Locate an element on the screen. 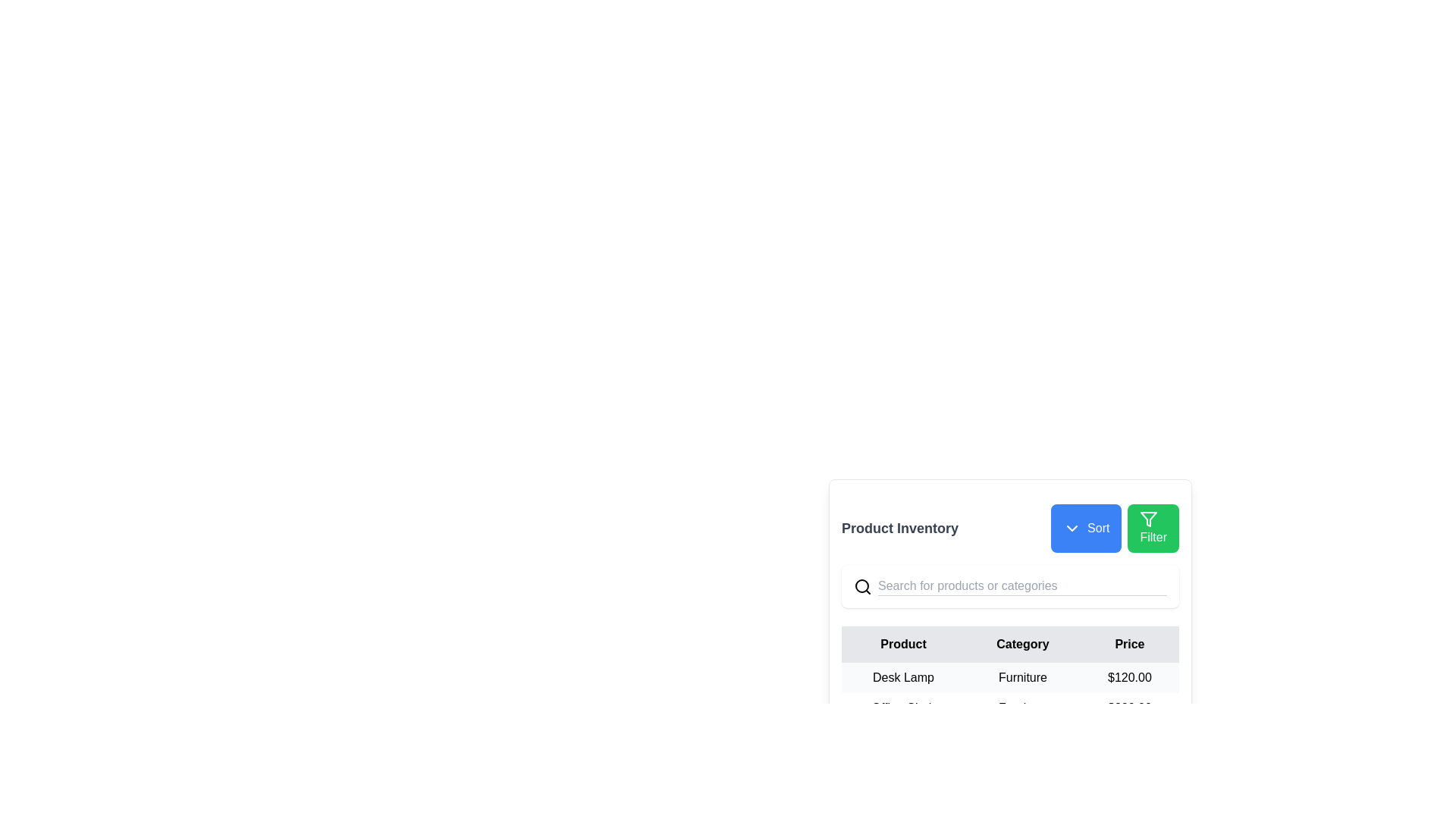 This screenshot has height=819, width=1456. the static text label displaying 'Furniture' in the middle column of the table row for 'Office Chair' is located at coordinates (1022, 708).